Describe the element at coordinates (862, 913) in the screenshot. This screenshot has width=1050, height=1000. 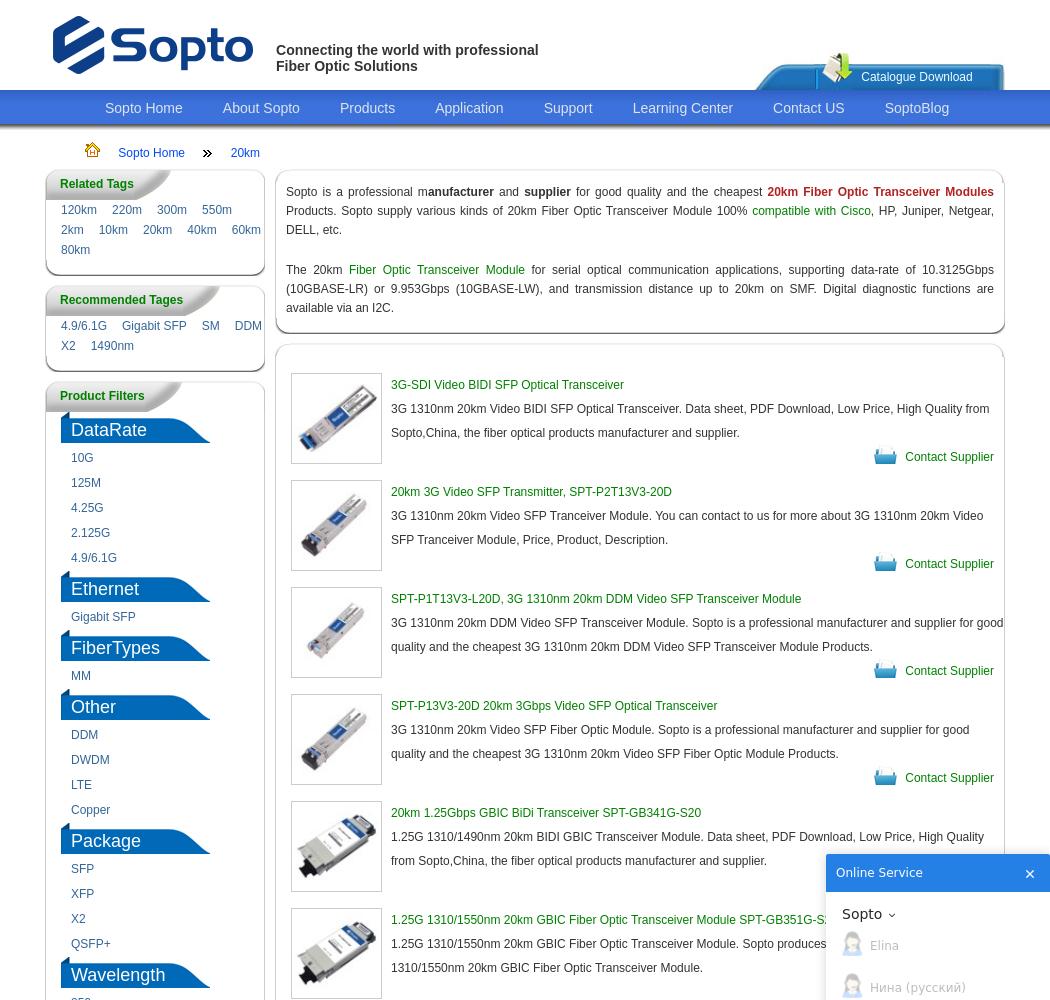
I see `'Sopto'` at that location.